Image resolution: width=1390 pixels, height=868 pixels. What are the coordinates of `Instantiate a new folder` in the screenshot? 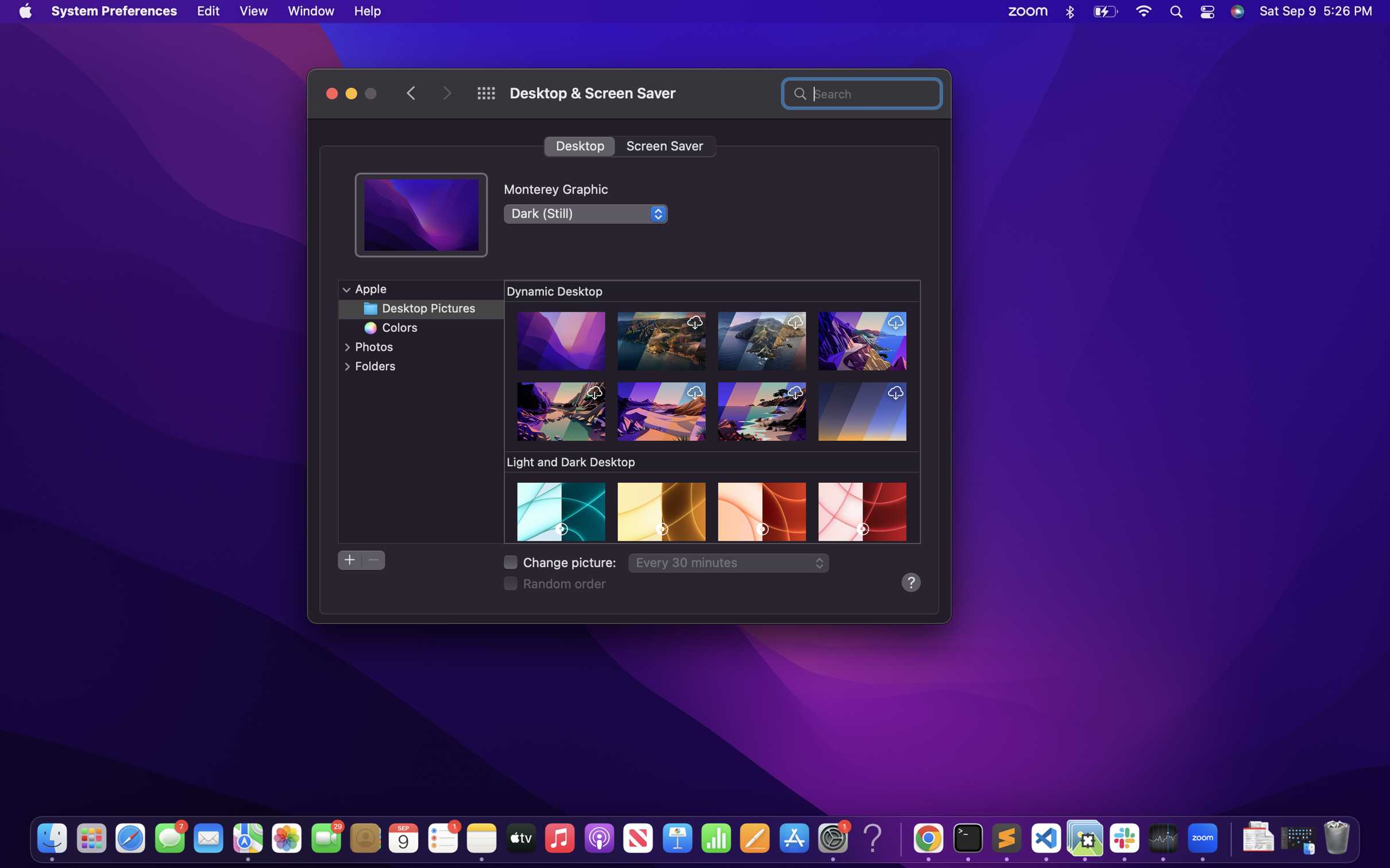 It's located at (352, 559).